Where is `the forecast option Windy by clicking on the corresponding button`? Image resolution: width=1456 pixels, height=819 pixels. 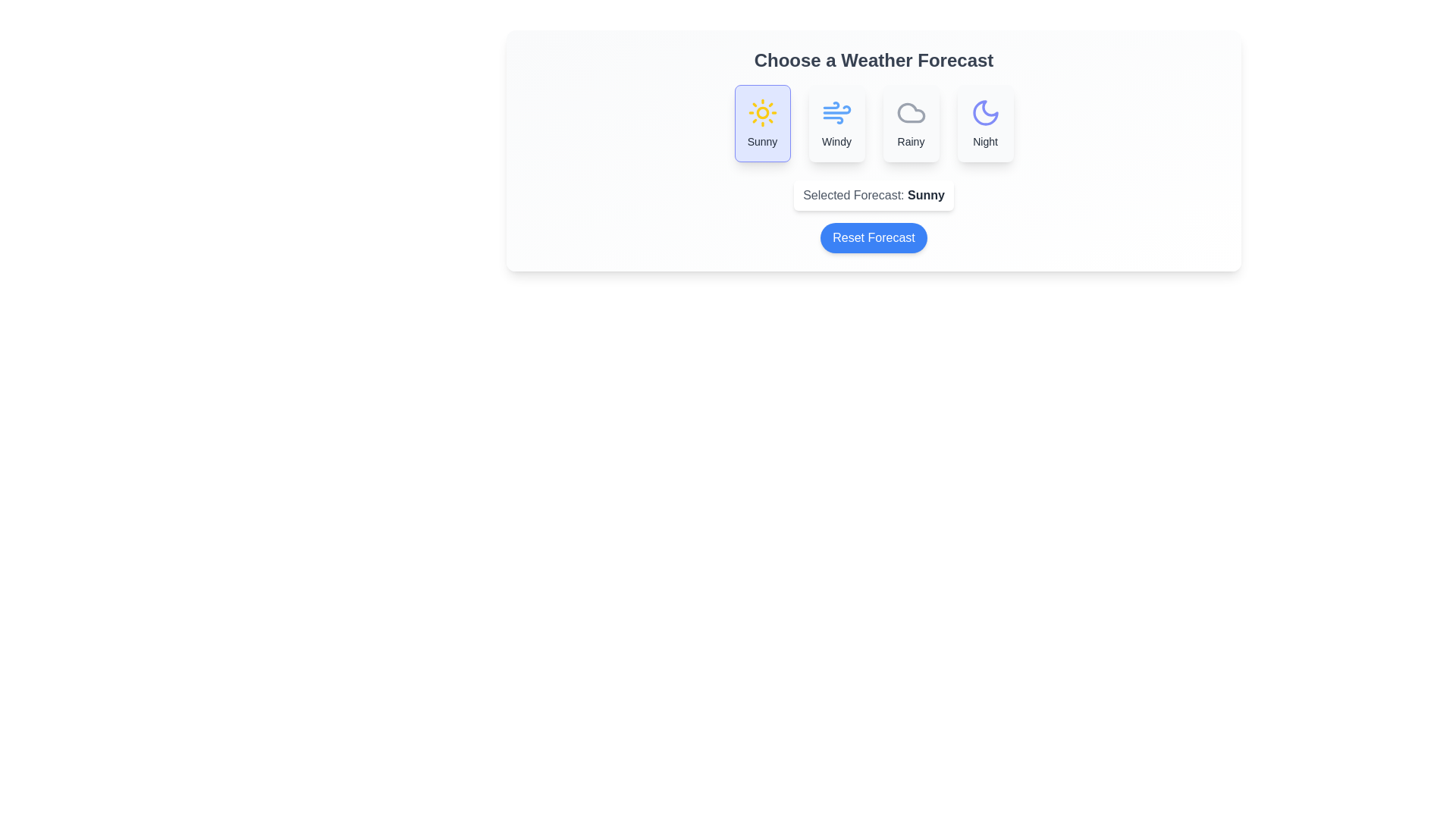 the forecast option Windy by clicking on the corresponding button is located at coordinates (836, 122).